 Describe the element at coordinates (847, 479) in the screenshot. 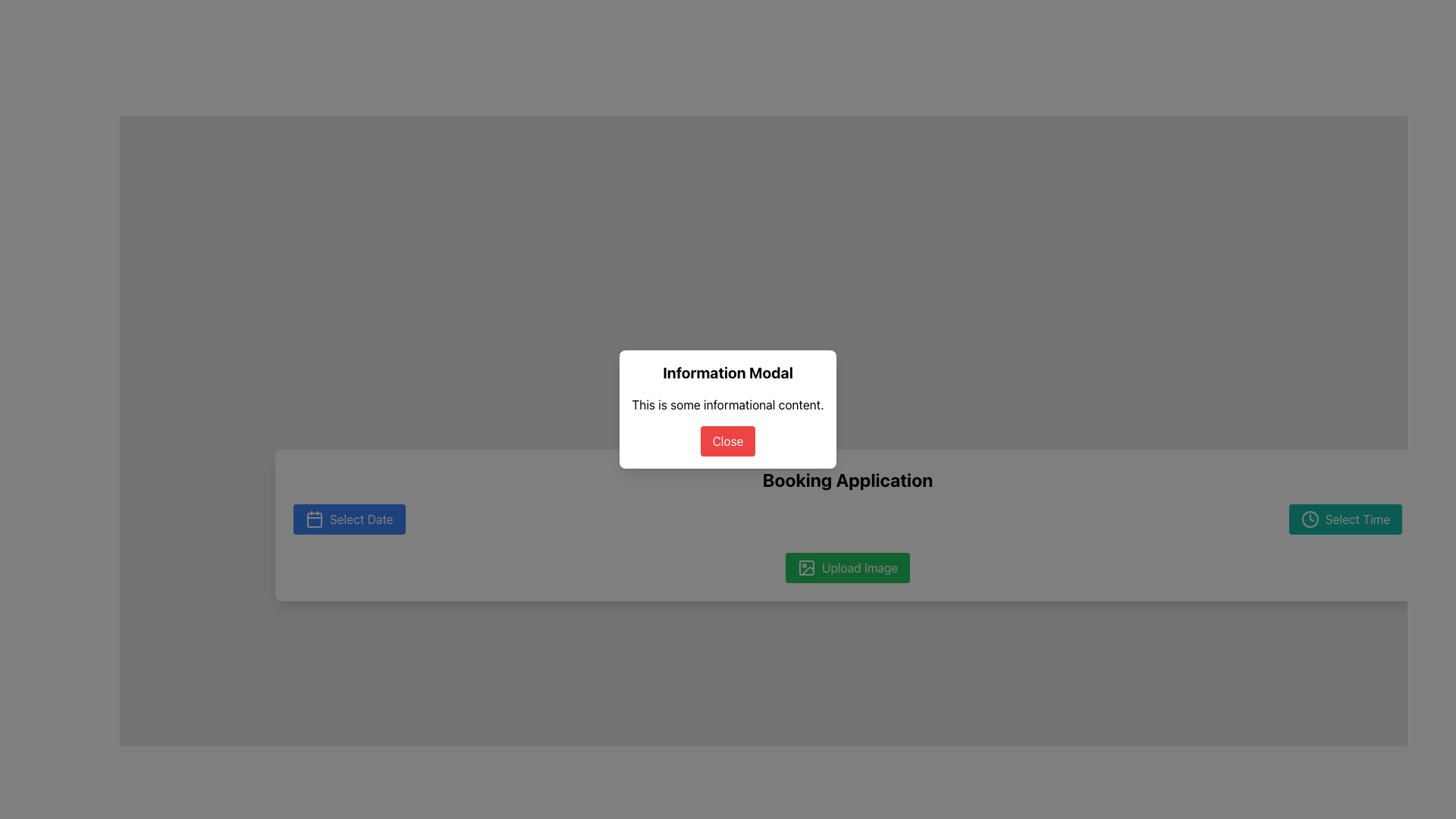

I see `the text display element labeled 'Booking Application', prominently styled in bold and larger font, located at the top of its card-like component` at that location.